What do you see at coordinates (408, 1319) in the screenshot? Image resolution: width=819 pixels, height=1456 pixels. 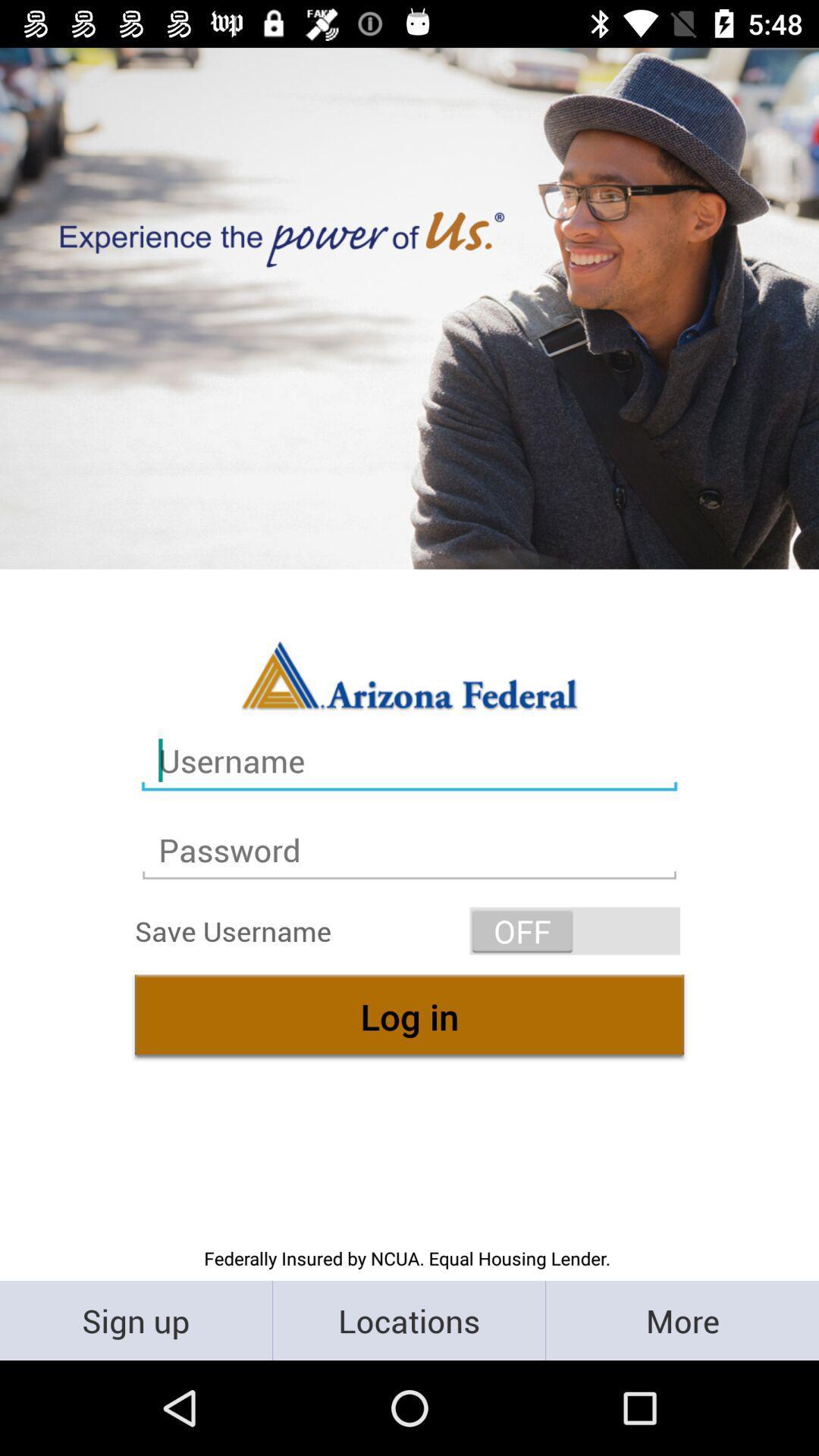 I see `item below federally insured by item` at bounding box center [408, 1319].